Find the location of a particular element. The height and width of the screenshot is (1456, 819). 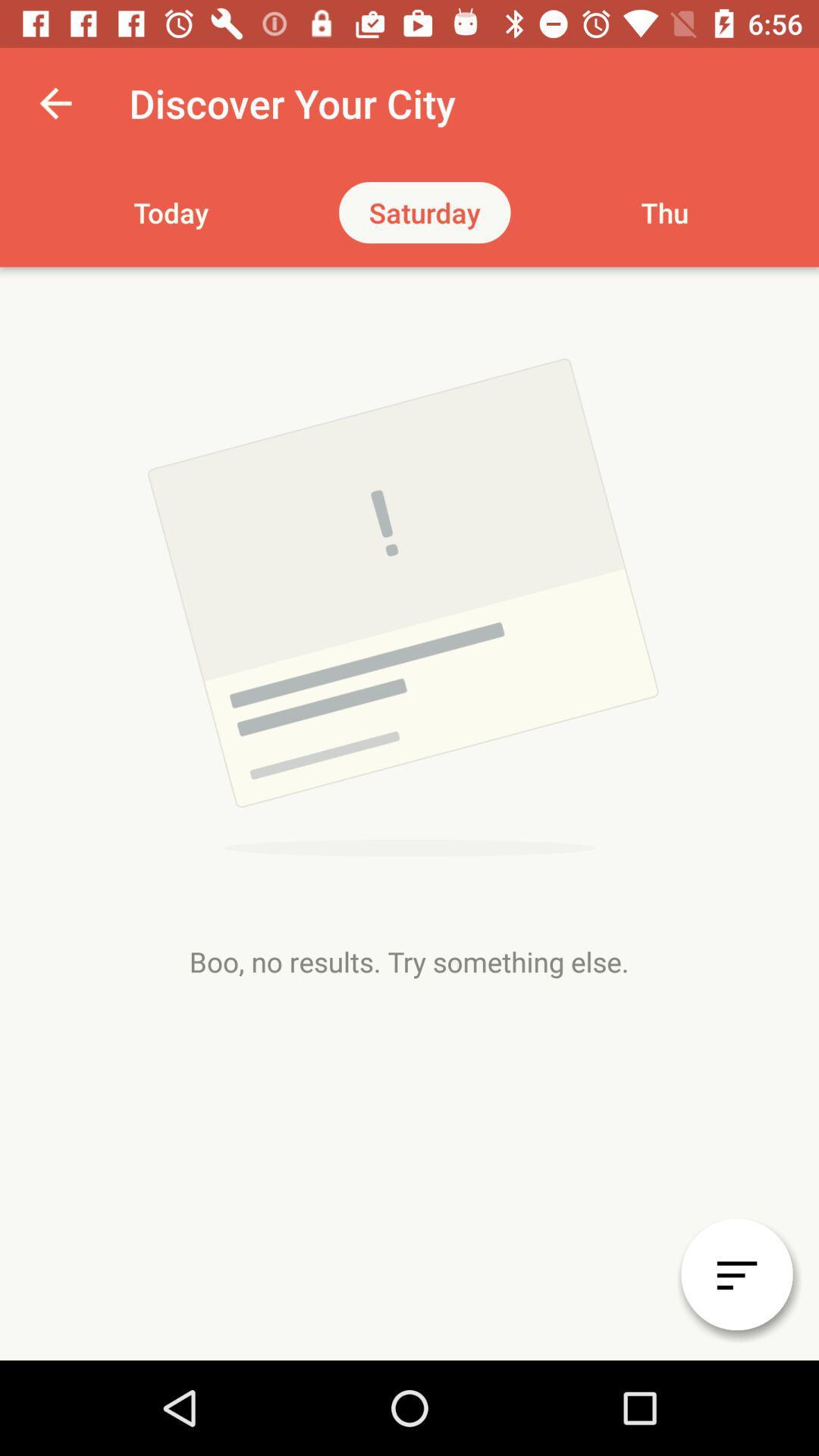

the item above the today icon is located at coordinates (55, 102).